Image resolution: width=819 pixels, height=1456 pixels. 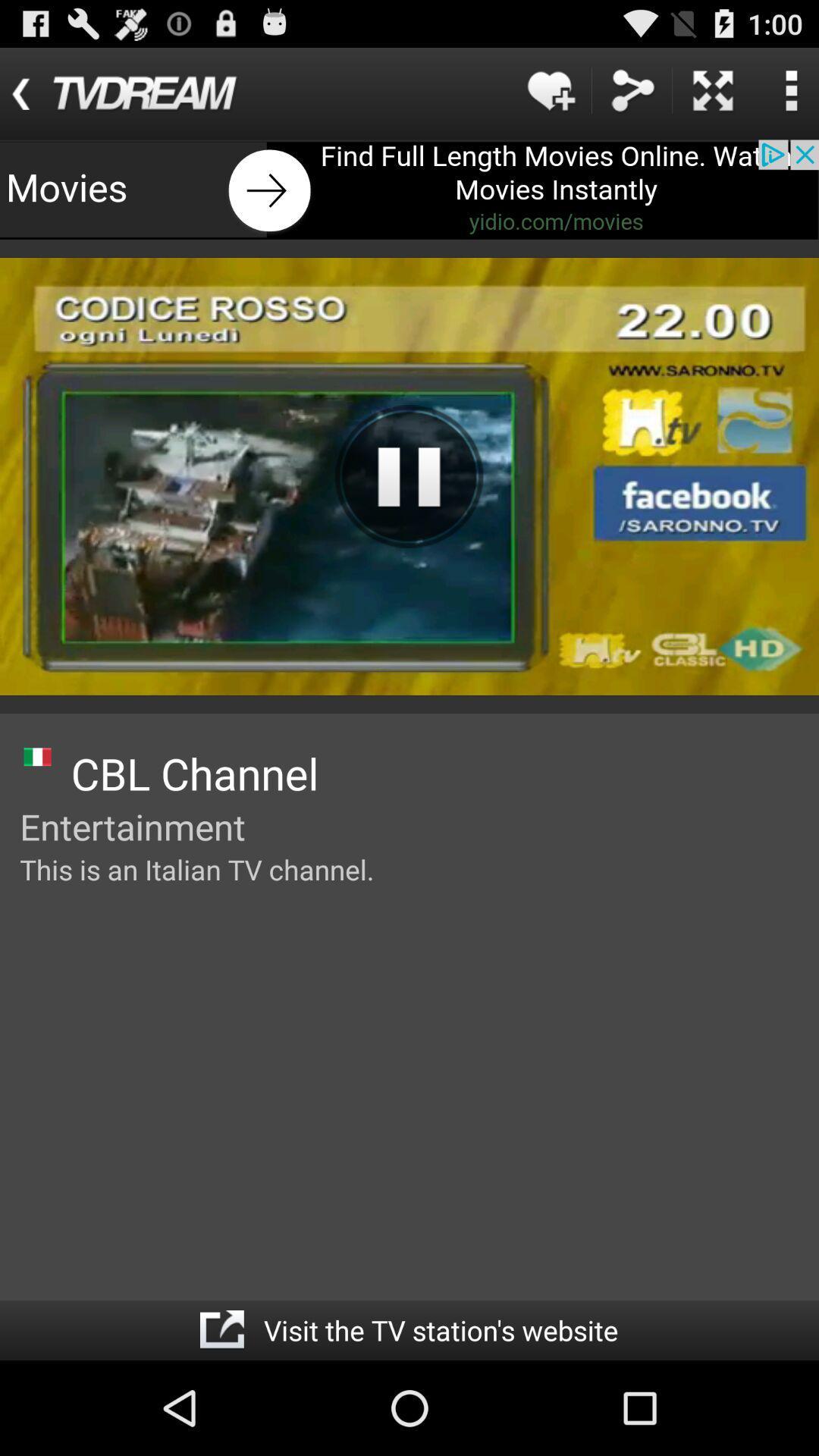 What do you see at coordinates (221, 1329) in the screenshot?
I see `site` at bounding box center [221, 1329].